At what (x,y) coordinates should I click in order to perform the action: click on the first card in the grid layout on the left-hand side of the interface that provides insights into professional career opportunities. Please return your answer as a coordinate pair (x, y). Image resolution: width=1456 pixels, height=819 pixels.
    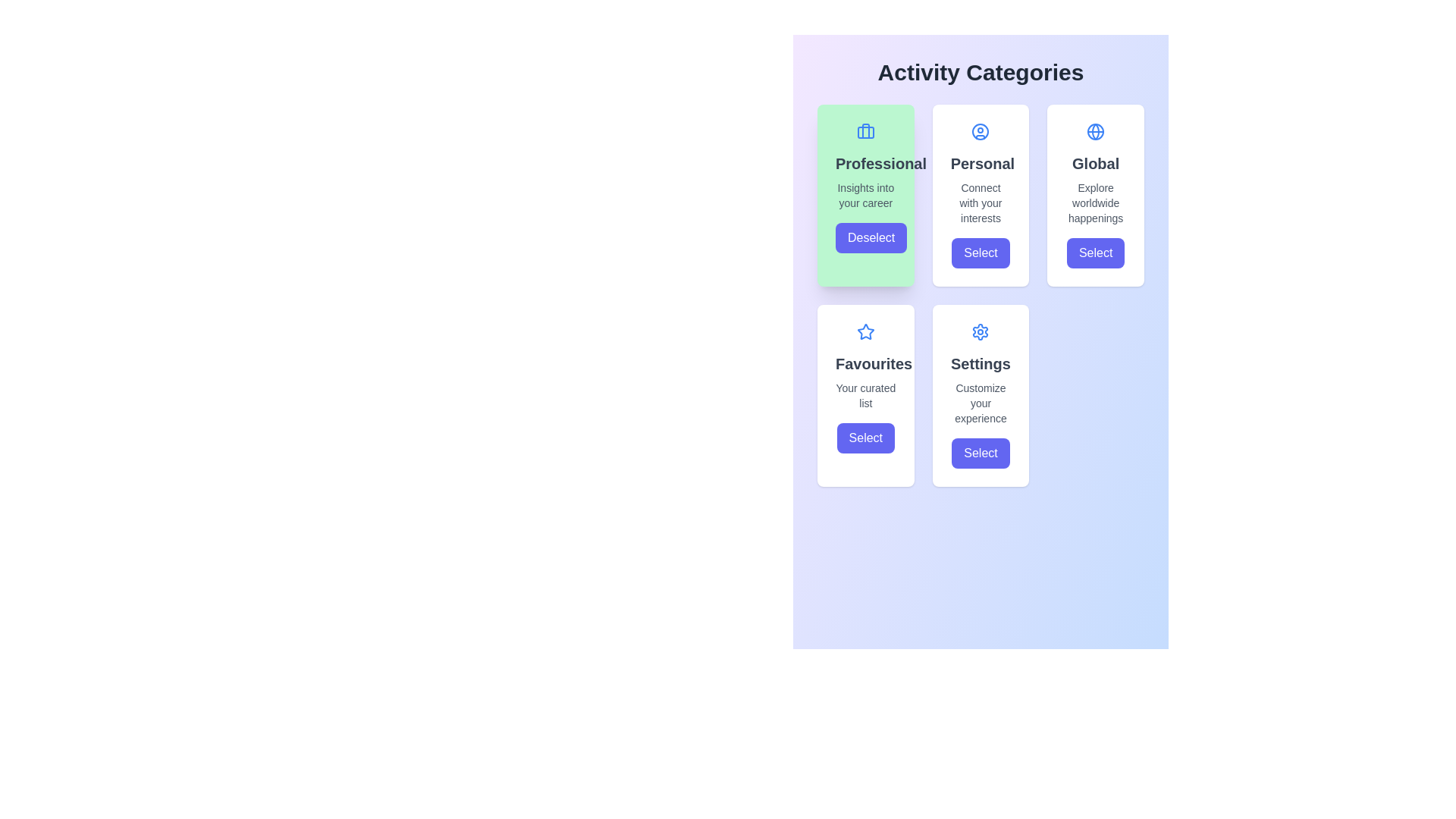
    Looking at the image, I should click on (865, 195).